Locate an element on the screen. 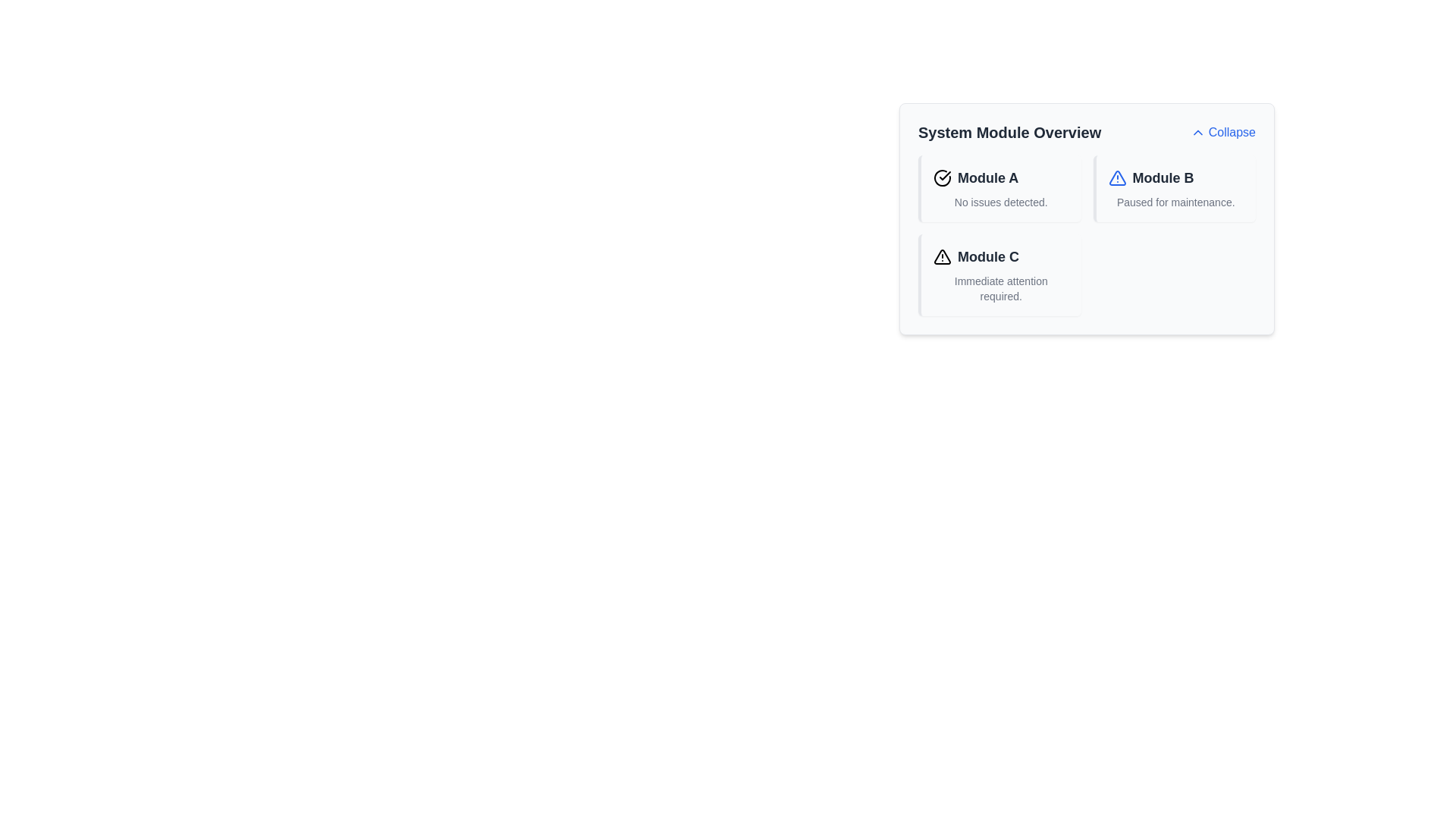 The width and height of the screenshot is (1456, 819). the 'Collapse' interactive text button with the upward-pointing chevron icon located at the top-right of the 'System Module Overview' section header is located at coordinates (1222, 131).